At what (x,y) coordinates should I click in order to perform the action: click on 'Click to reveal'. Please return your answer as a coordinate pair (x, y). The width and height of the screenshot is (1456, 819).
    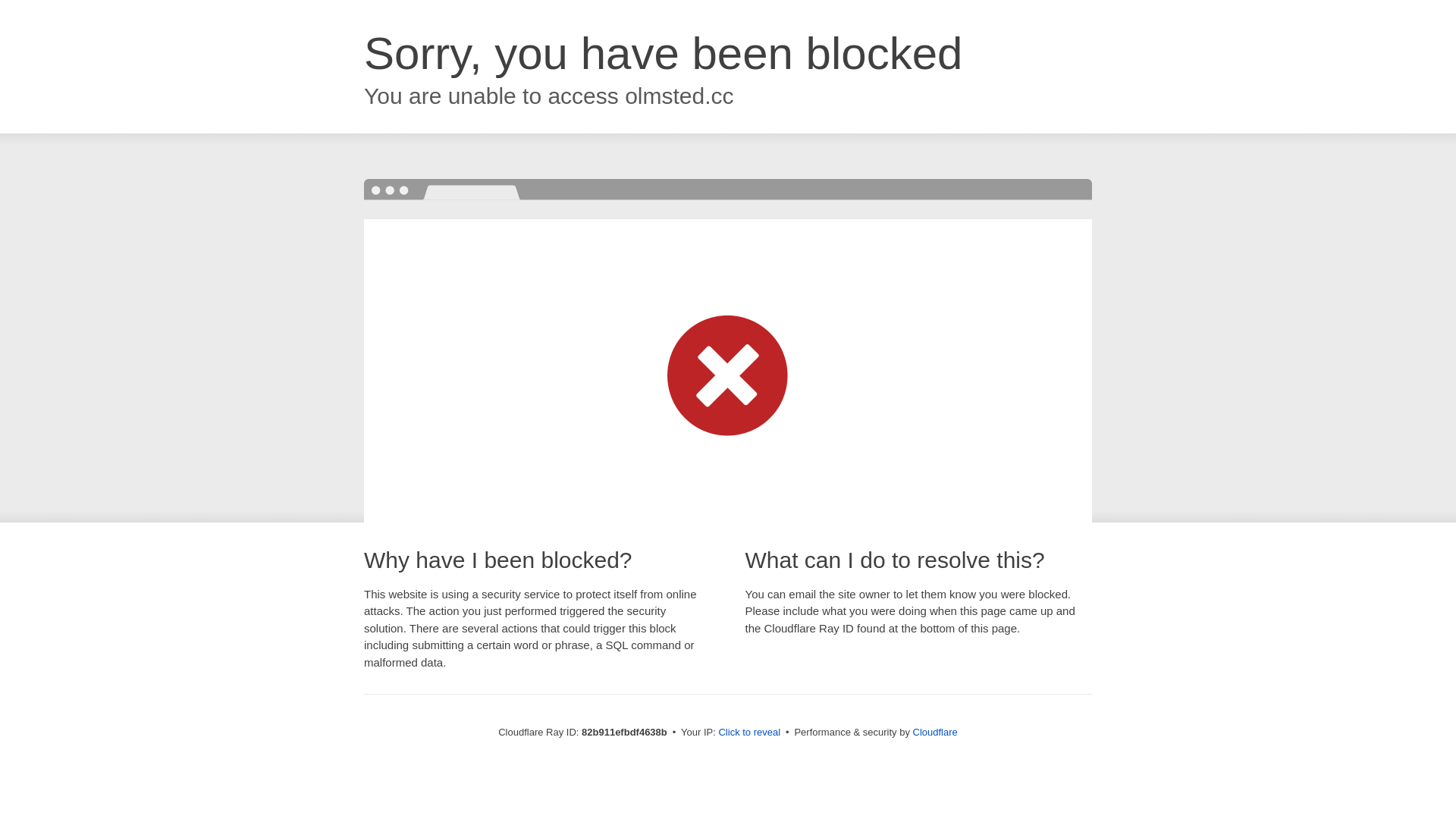
    Looking at the image, I should click on (749, 731).